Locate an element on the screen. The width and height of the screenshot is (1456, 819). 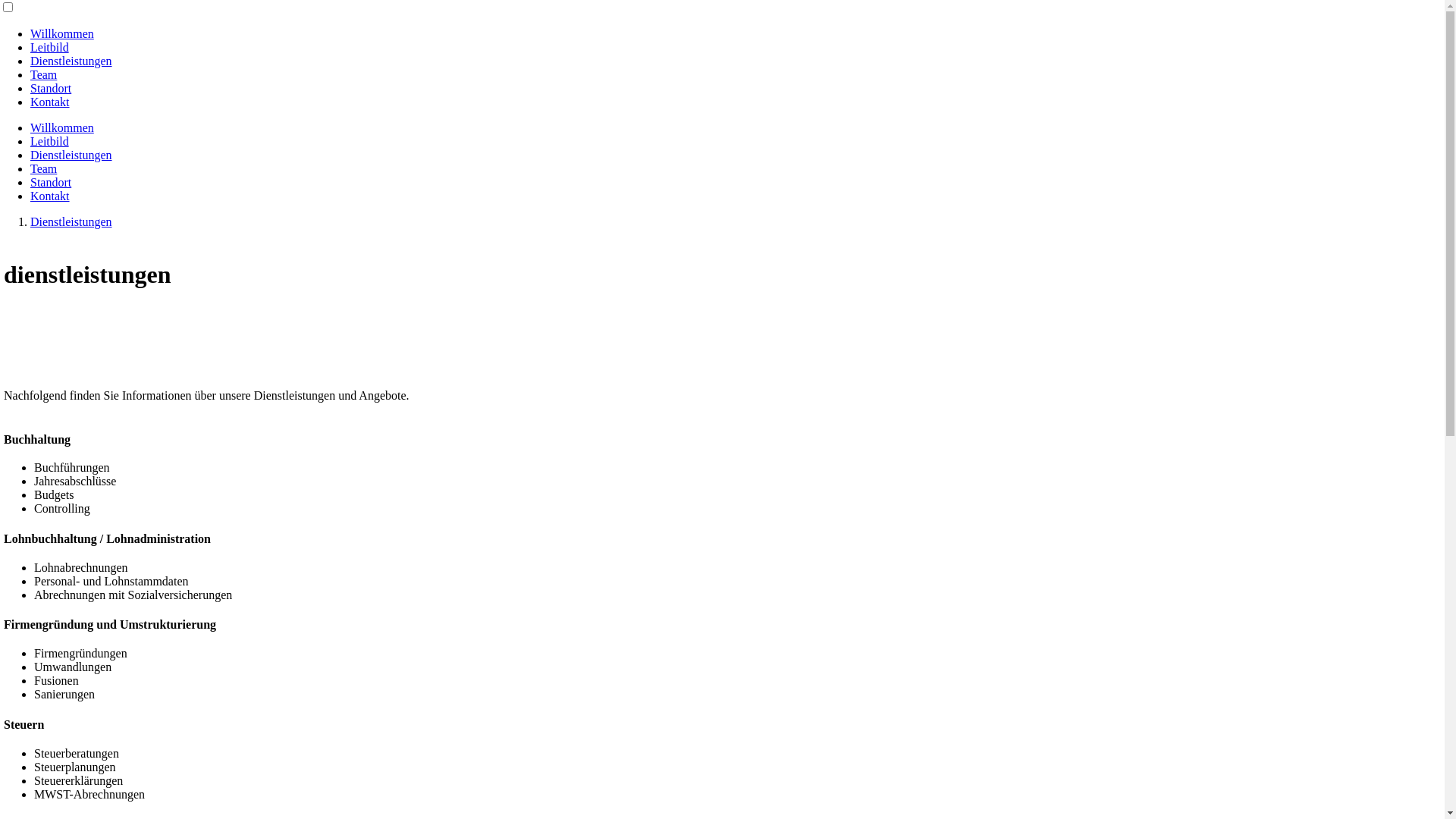
'Willkommen' is located at coordinates (30, 127).